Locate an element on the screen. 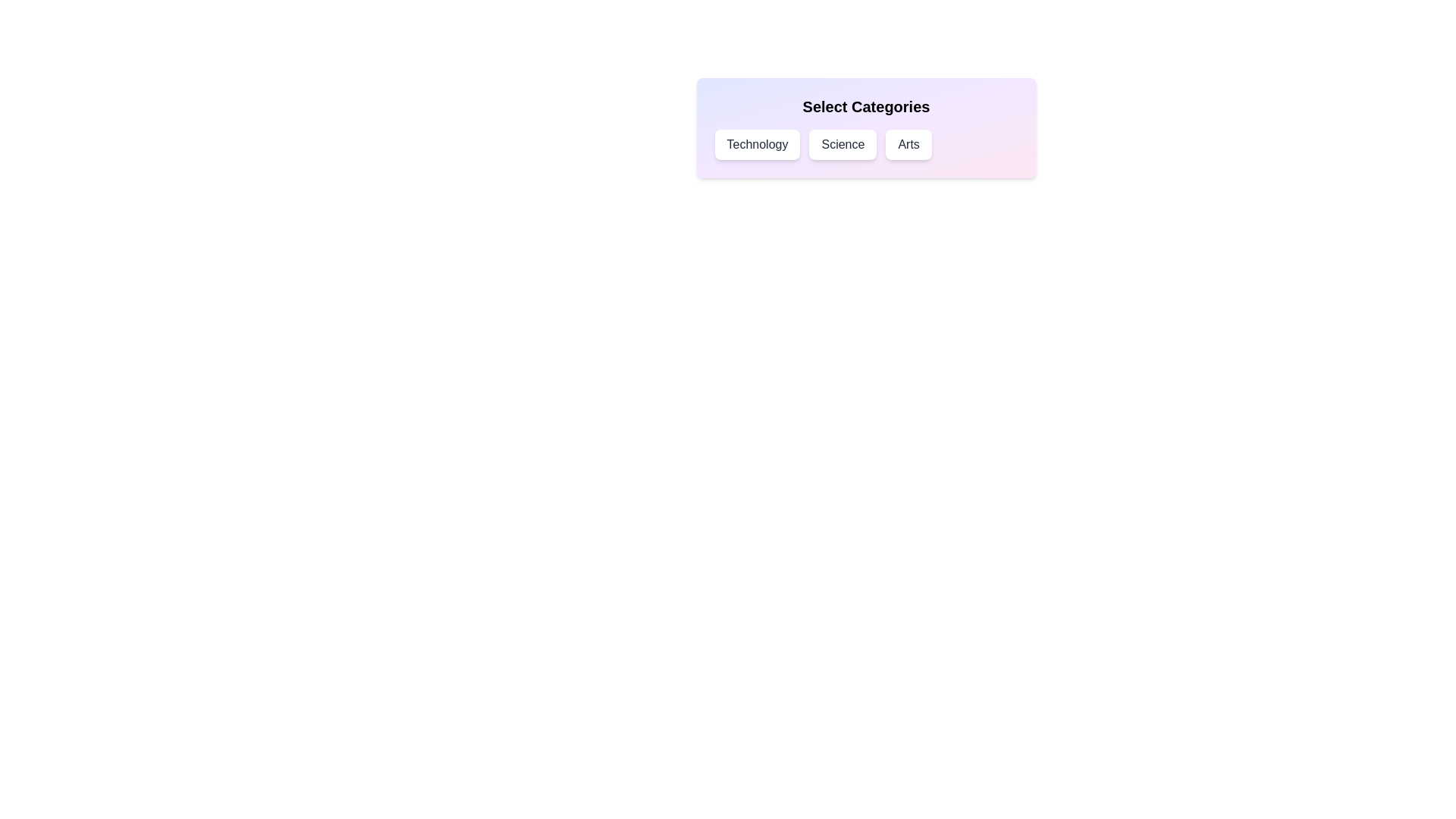  the Technology chip to toggle its selection state is located at coordinates (757, 145).